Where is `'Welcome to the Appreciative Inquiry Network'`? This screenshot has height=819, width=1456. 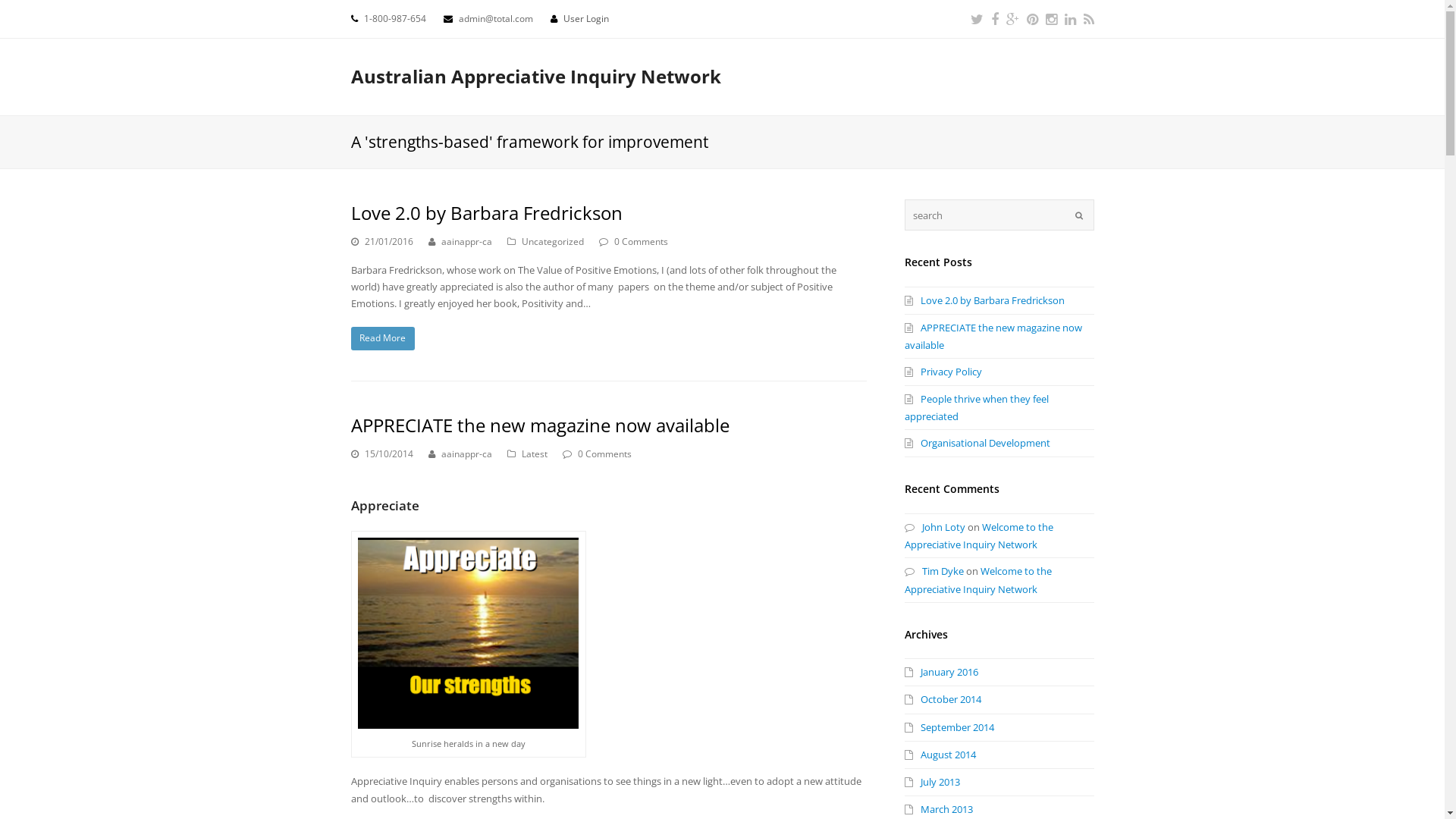 'Welcome to the Appreciative Inquiry Network' is located at coordinates (978, 535).